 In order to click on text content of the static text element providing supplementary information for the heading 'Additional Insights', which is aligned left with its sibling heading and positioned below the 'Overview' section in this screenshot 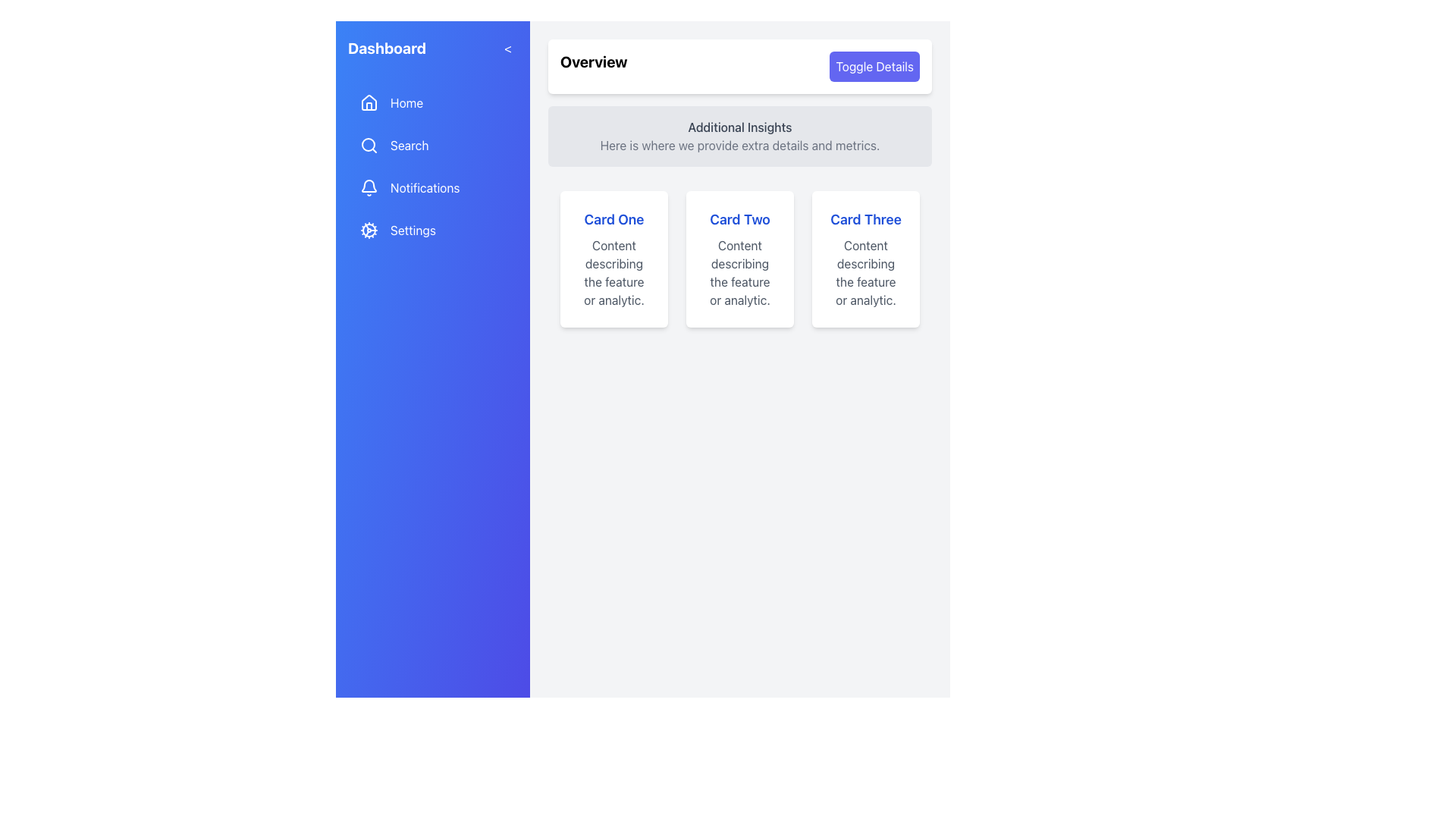, I will do `click(739, 146)`.